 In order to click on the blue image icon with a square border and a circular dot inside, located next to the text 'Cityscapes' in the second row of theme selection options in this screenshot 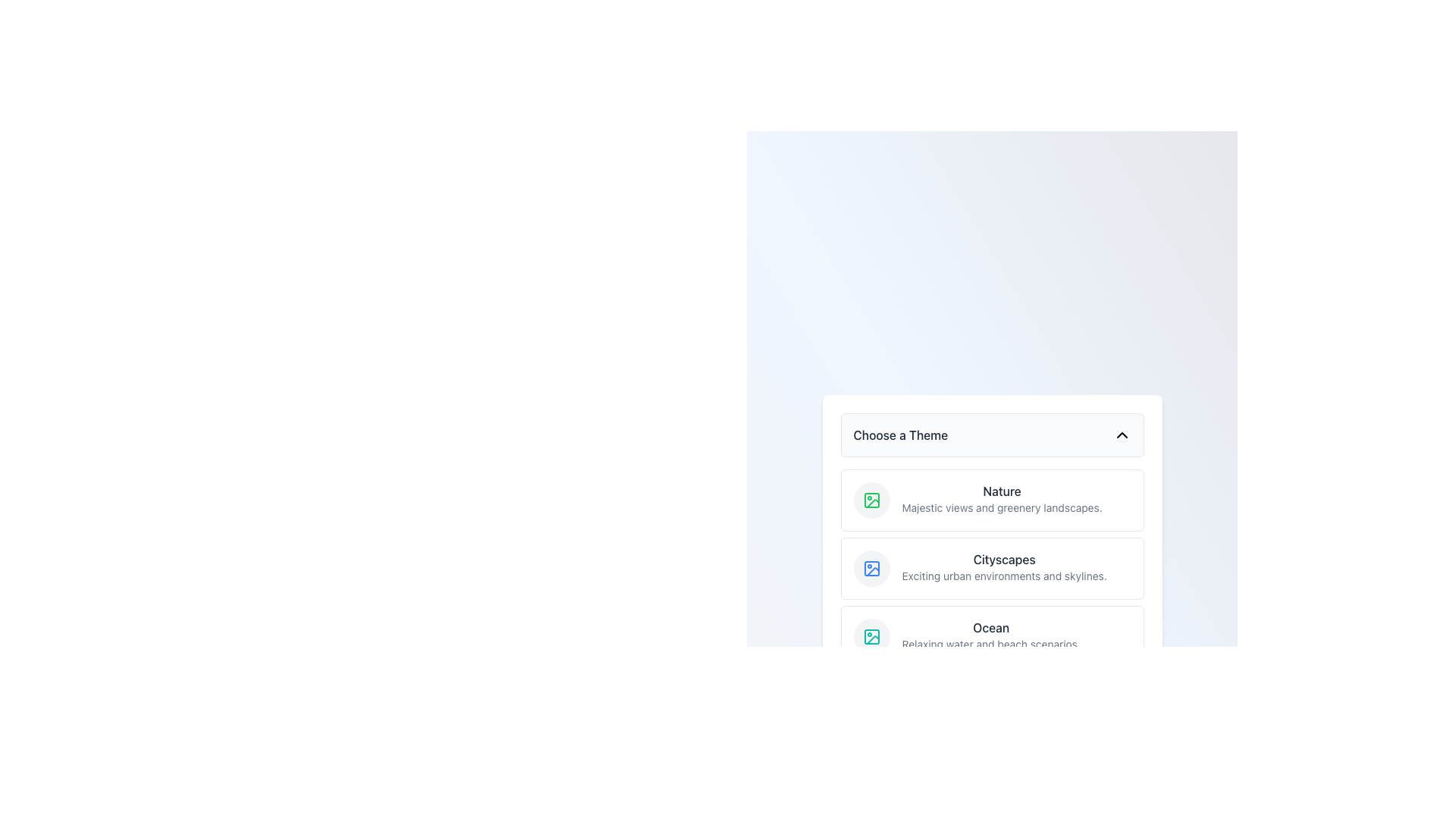, I will do `click(871, 568)`.